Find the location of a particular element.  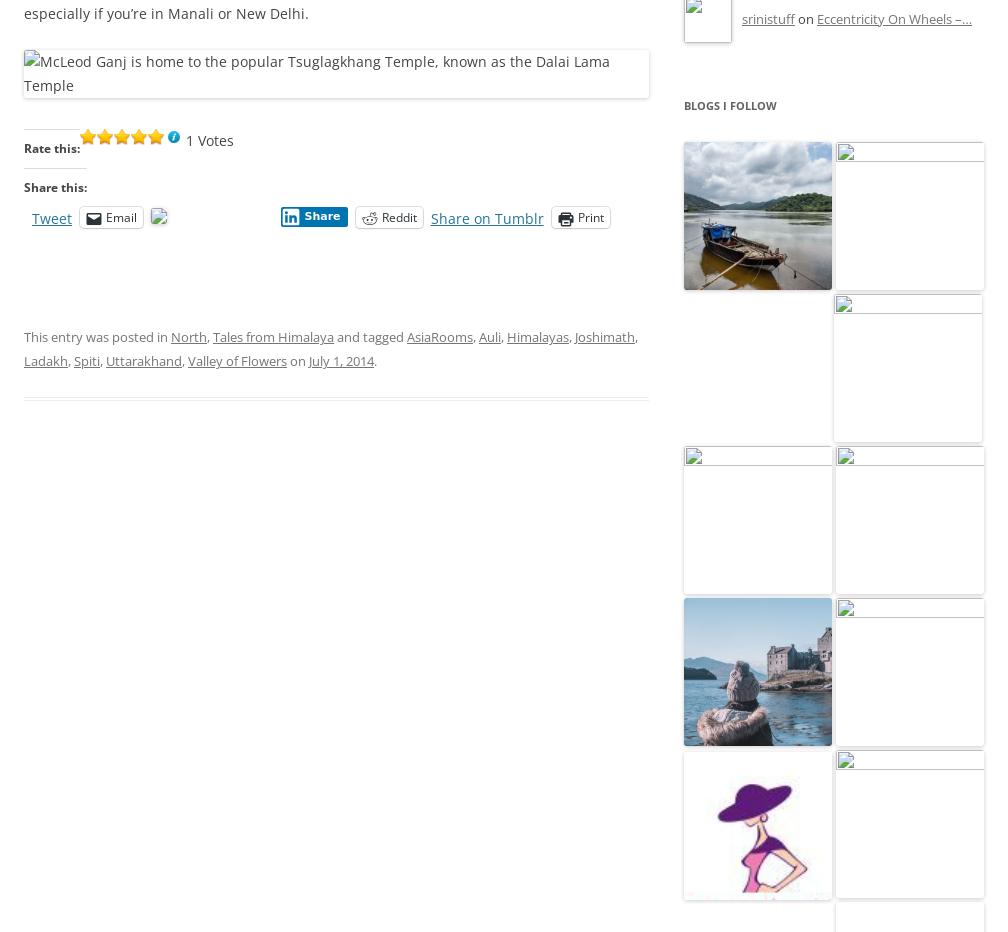

'Joshimath' is located at coordinates (605, 337).